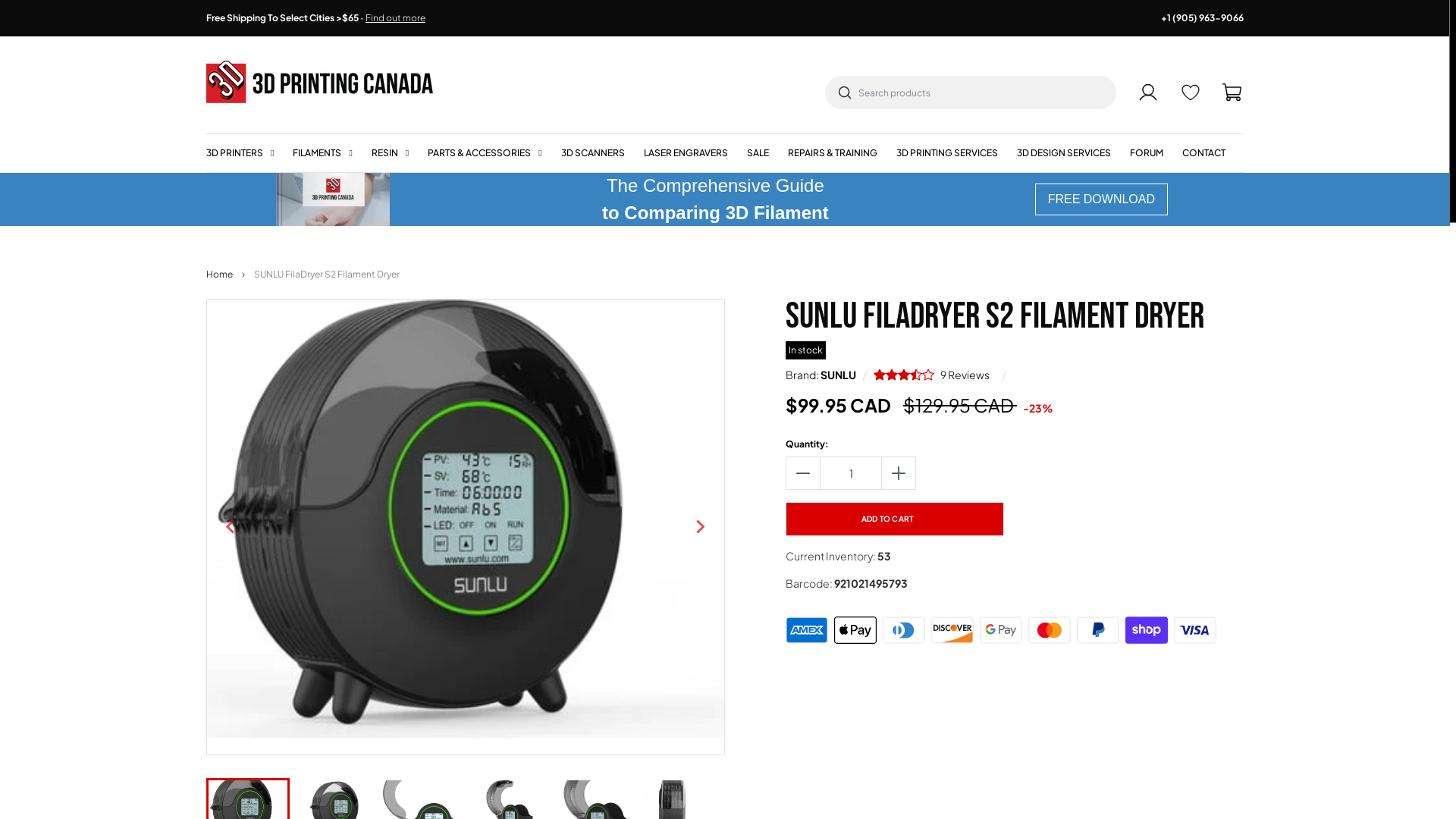 The image size is (1456, 819). I want to click on 'Find out more', so click(395, 17).